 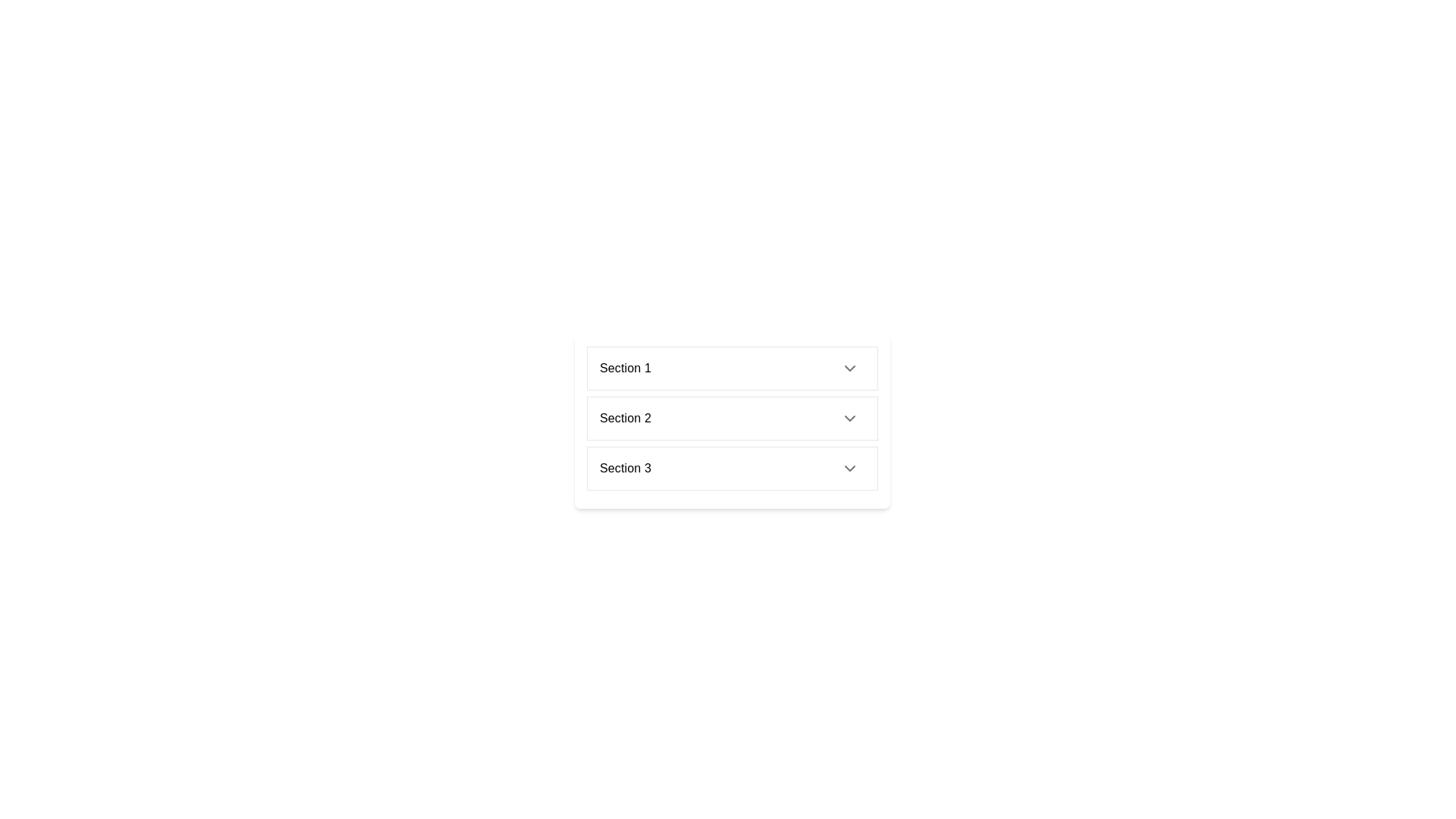 What do you see at coordinates (732, 488) in the screenshot?
I see `the third item in the vertical list, which is positioned between 'Item B1' and the following items` at bounding box center [732, 488].